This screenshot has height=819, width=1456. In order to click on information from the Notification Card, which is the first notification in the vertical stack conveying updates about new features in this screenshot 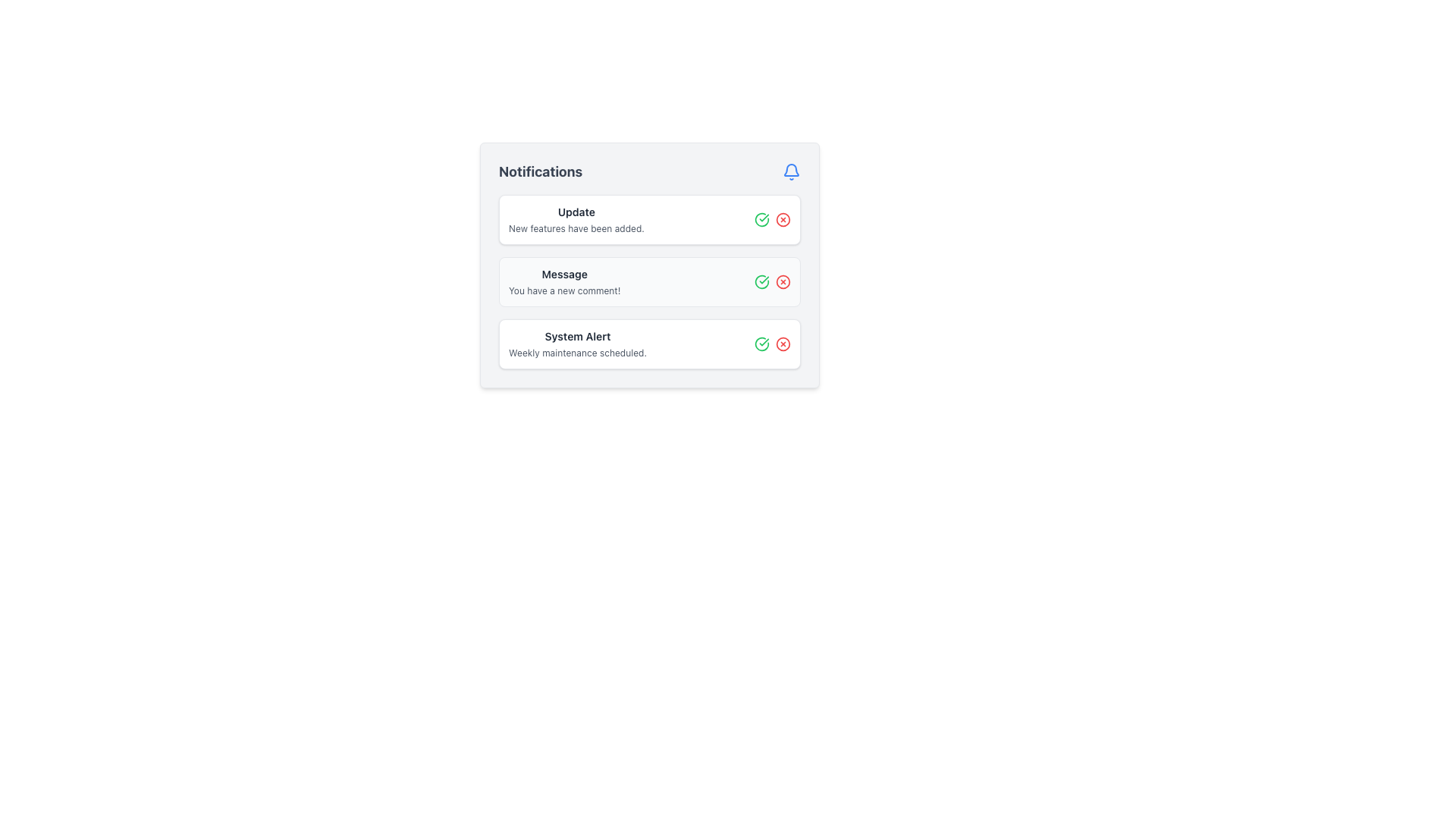, I will do `click(650, 219)`.